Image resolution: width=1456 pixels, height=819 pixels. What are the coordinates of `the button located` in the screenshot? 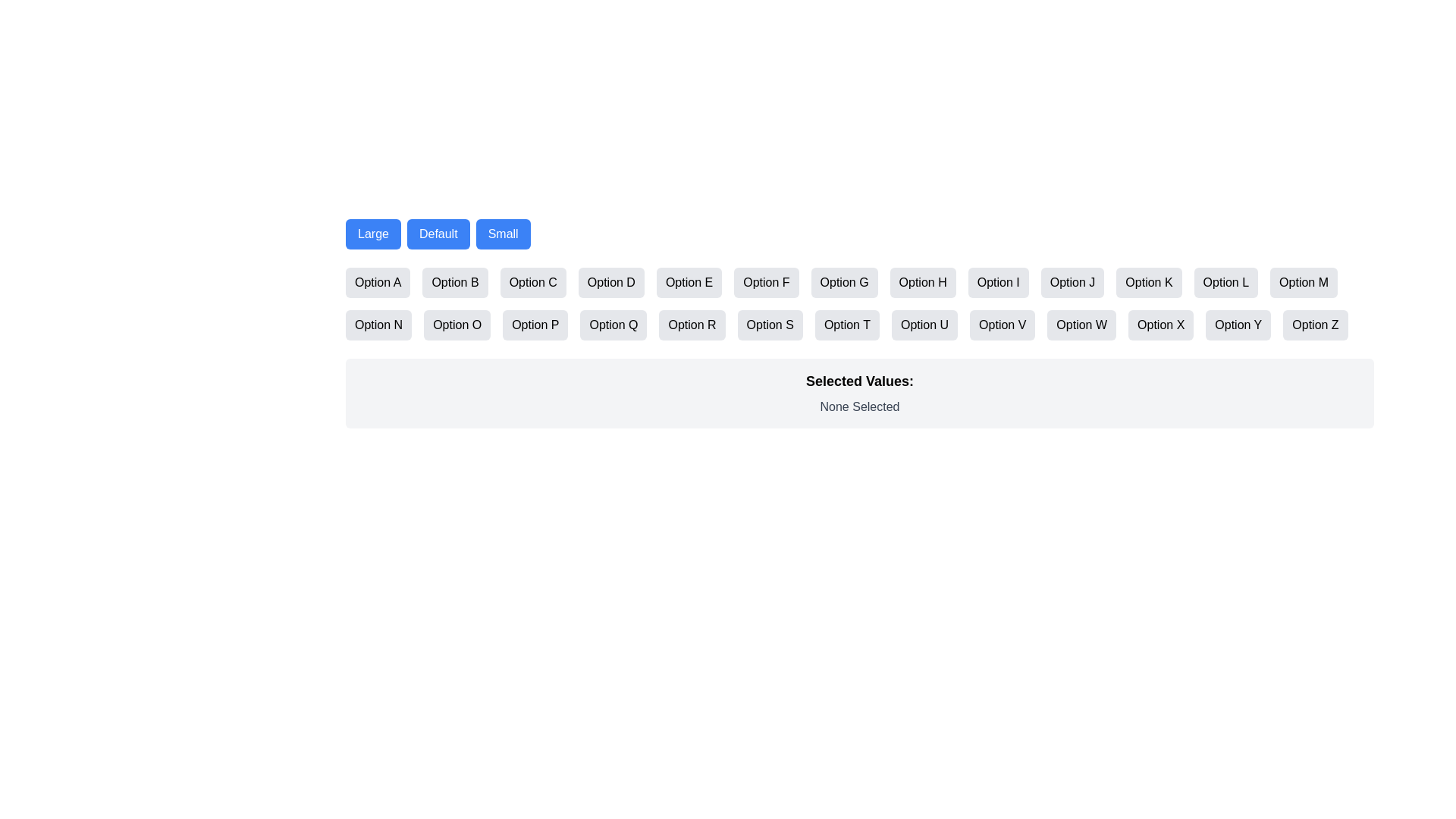 It's located at (770, 324).